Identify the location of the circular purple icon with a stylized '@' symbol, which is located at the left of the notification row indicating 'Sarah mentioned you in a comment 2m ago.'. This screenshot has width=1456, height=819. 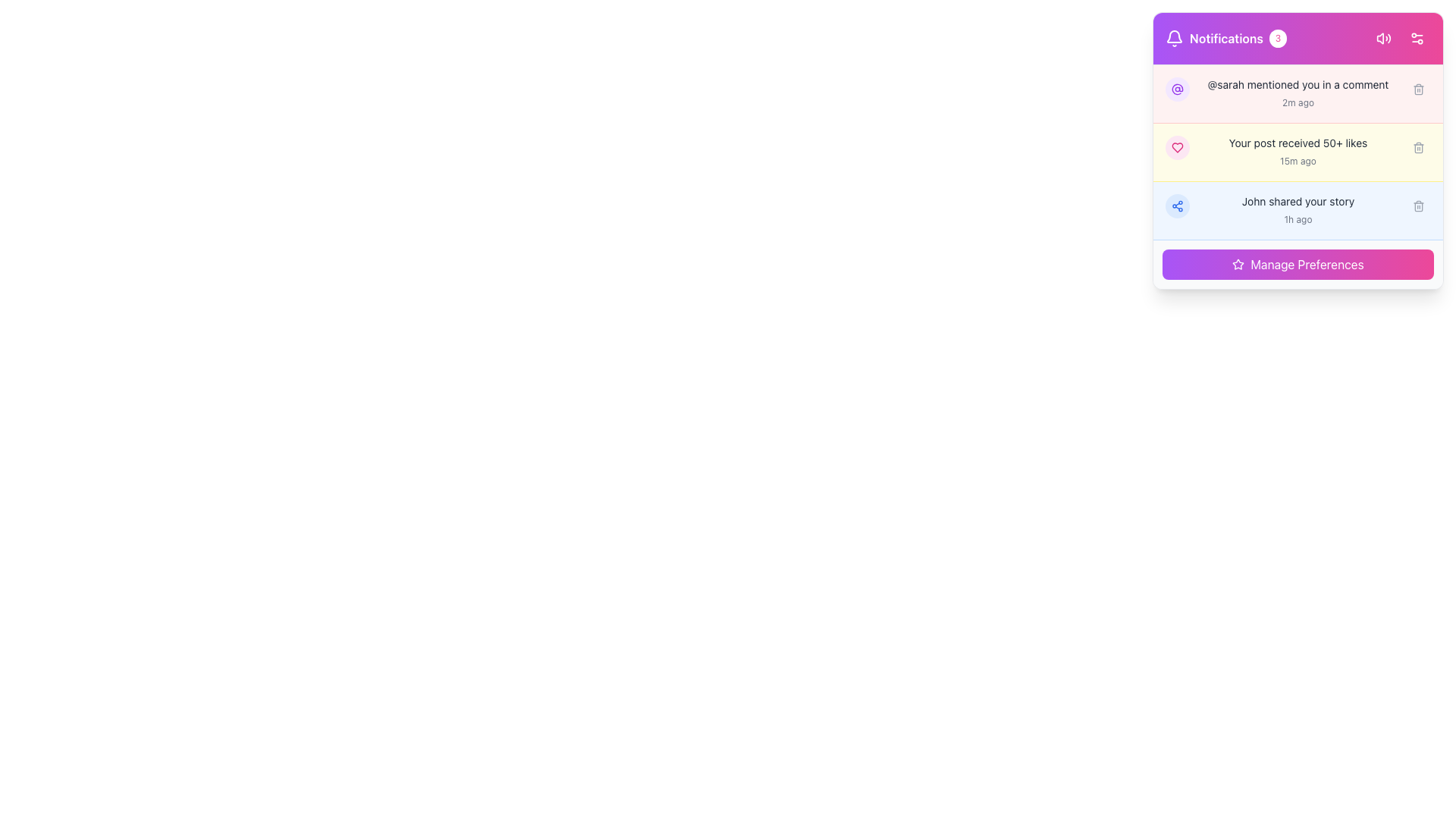
(1177, 89).